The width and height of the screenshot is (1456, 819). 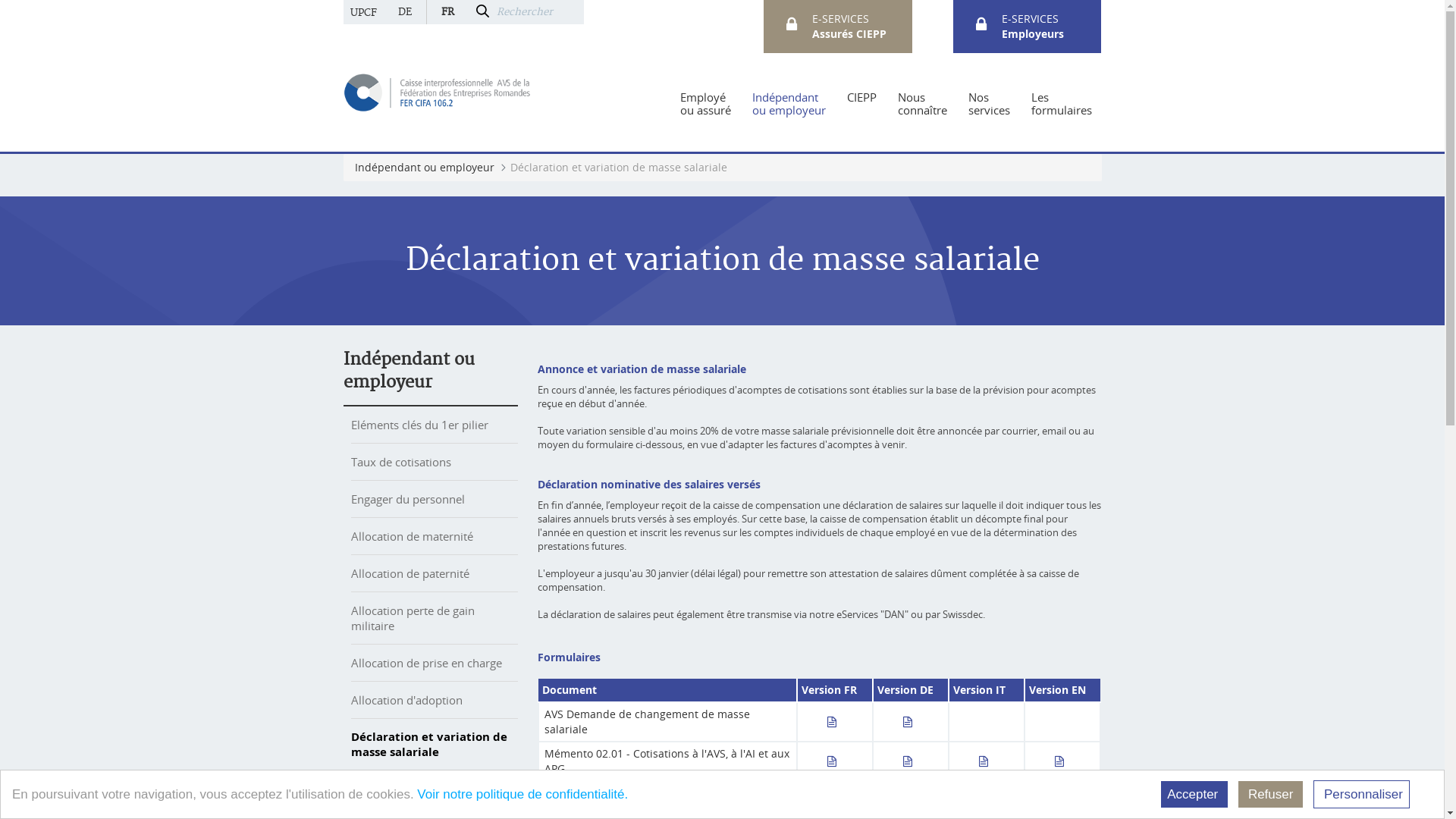 What do you see at coordinates (989, 103) in the screenshot?
I see `'Nos` at bounding box center [989, 103].